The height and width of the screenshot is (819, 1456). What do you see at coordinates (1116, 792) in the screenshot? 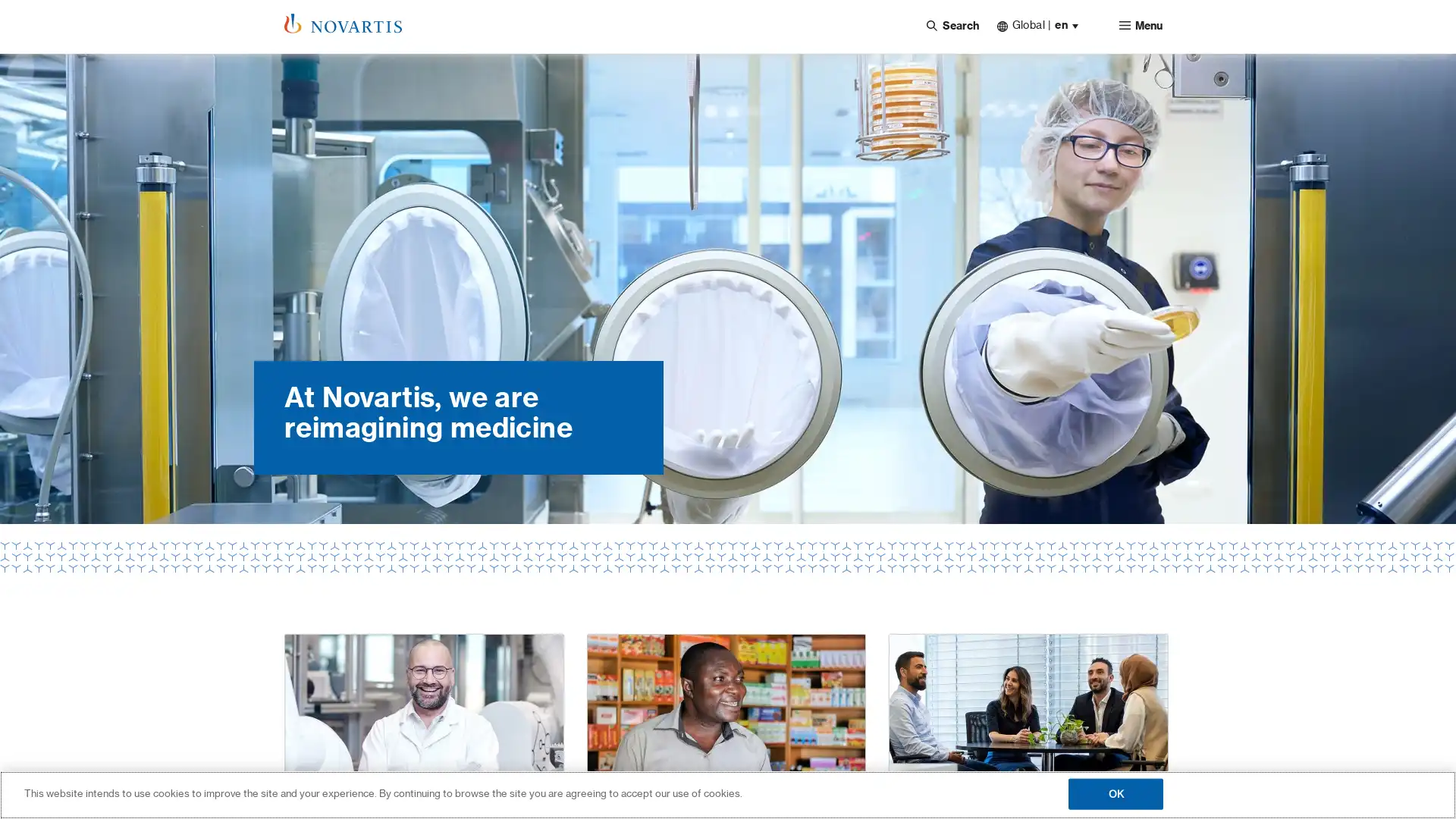
I see `OK` at bounding box center [1116, 792].